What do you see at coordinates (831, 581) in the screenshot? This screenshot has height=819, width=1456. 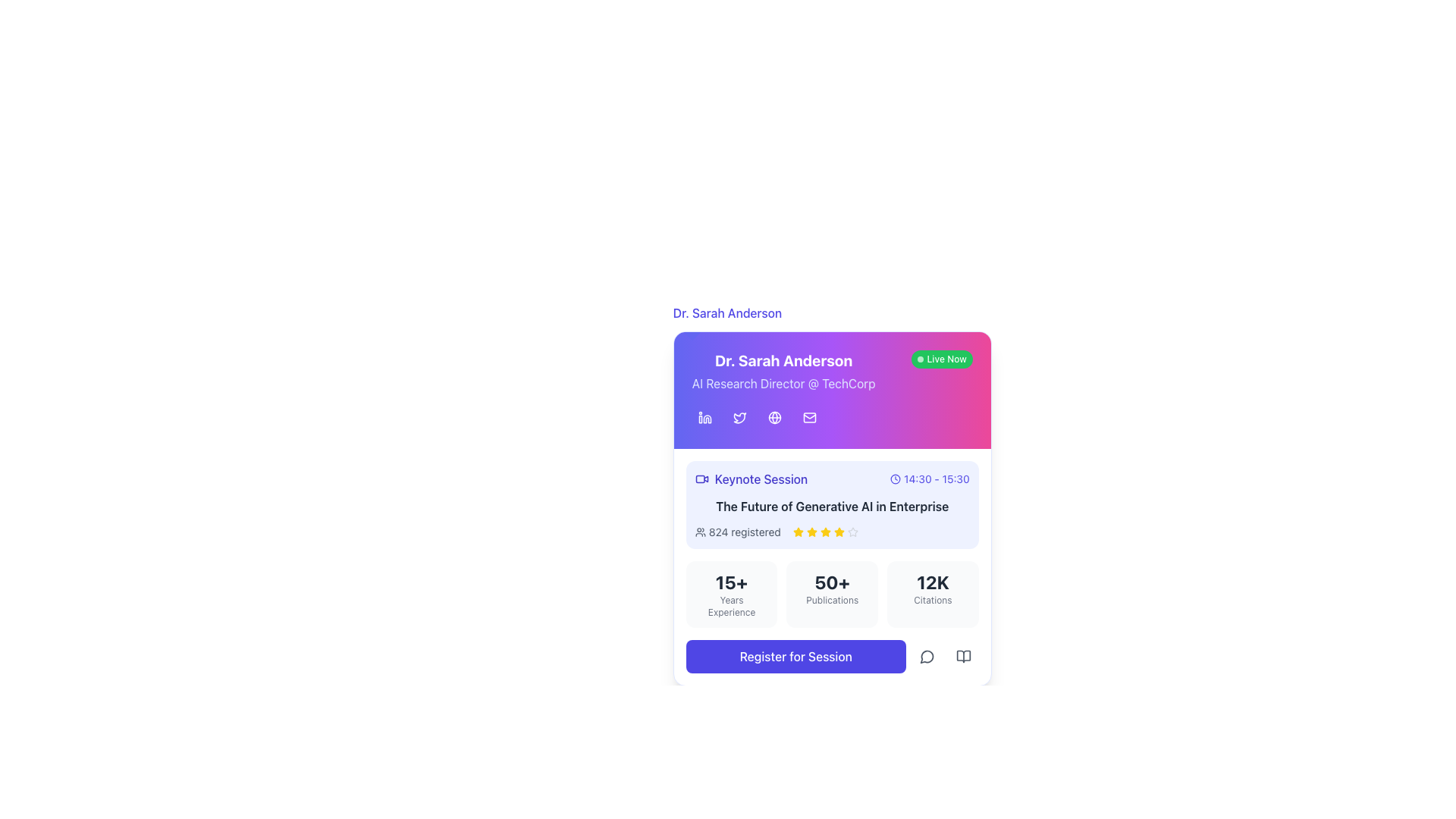 I see `the numerical statistic displayed in the text element indicating '50+' publications, centrally located within the card section of statistical information` at bounding box center [831, 581].